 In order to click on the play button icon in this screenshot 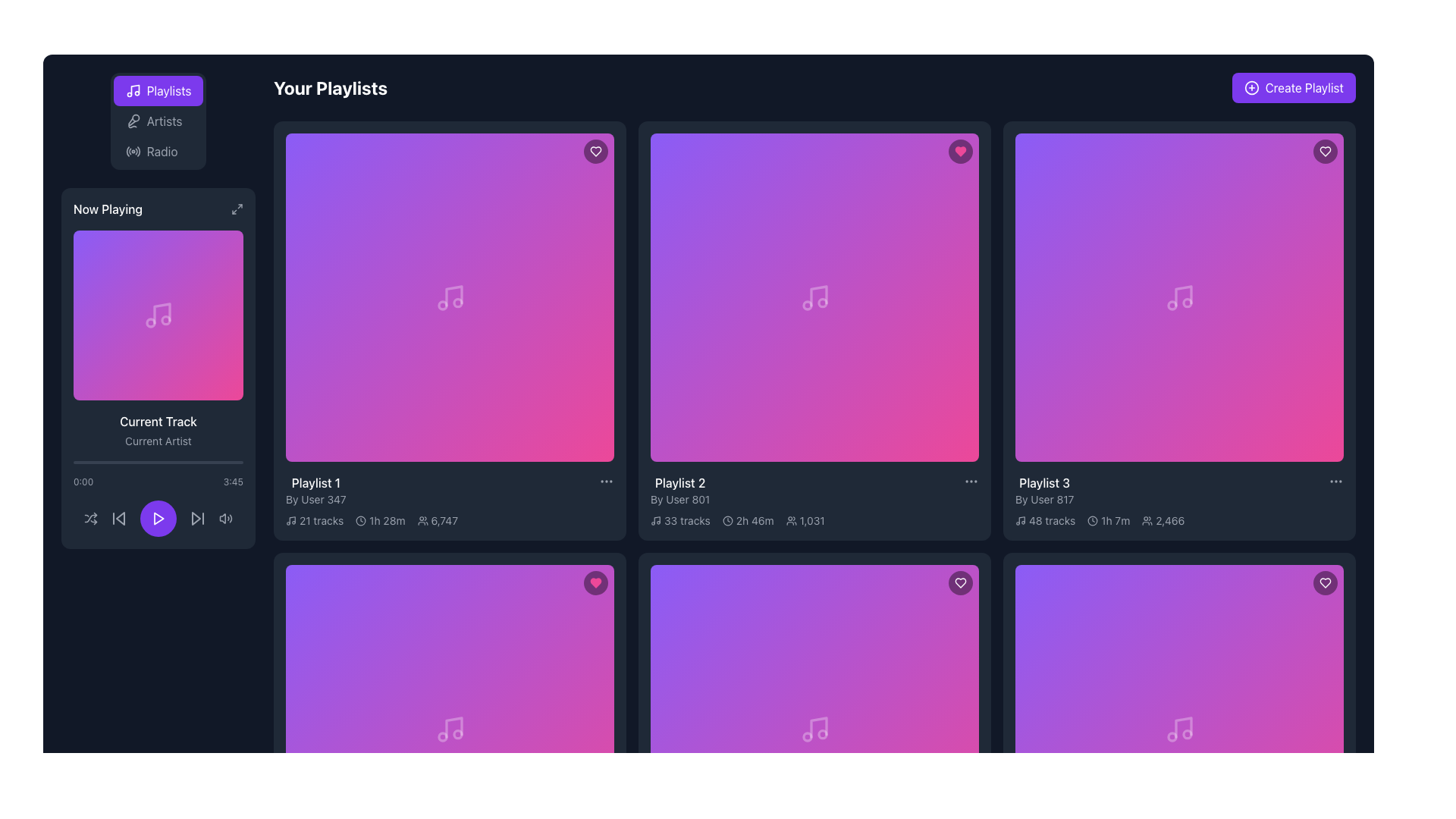, I will do `click(158, 517)`.